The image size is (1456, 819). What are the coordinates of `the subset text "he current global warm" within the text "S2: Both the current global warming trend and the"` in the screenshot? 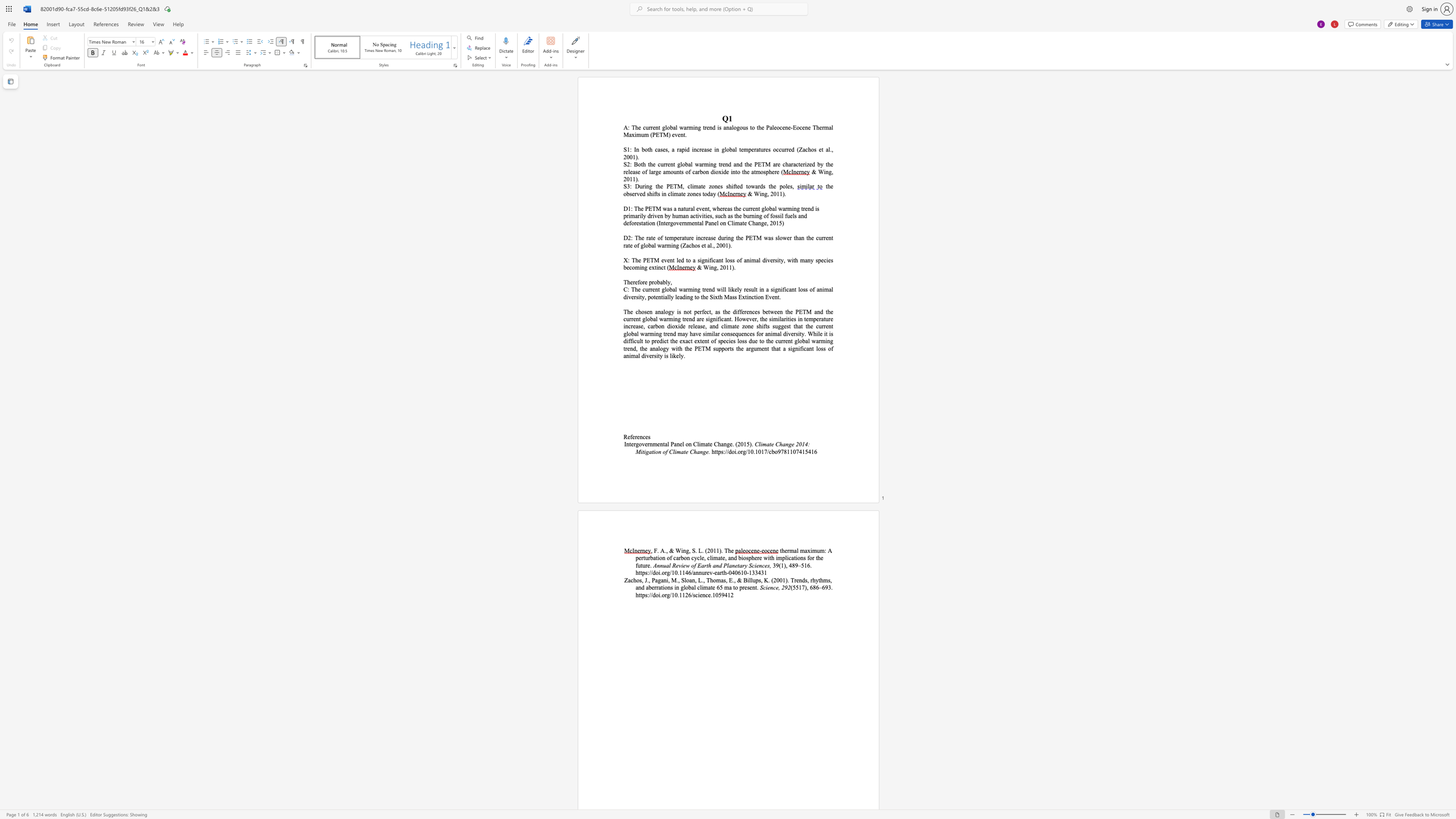 It's located at (649, 164).